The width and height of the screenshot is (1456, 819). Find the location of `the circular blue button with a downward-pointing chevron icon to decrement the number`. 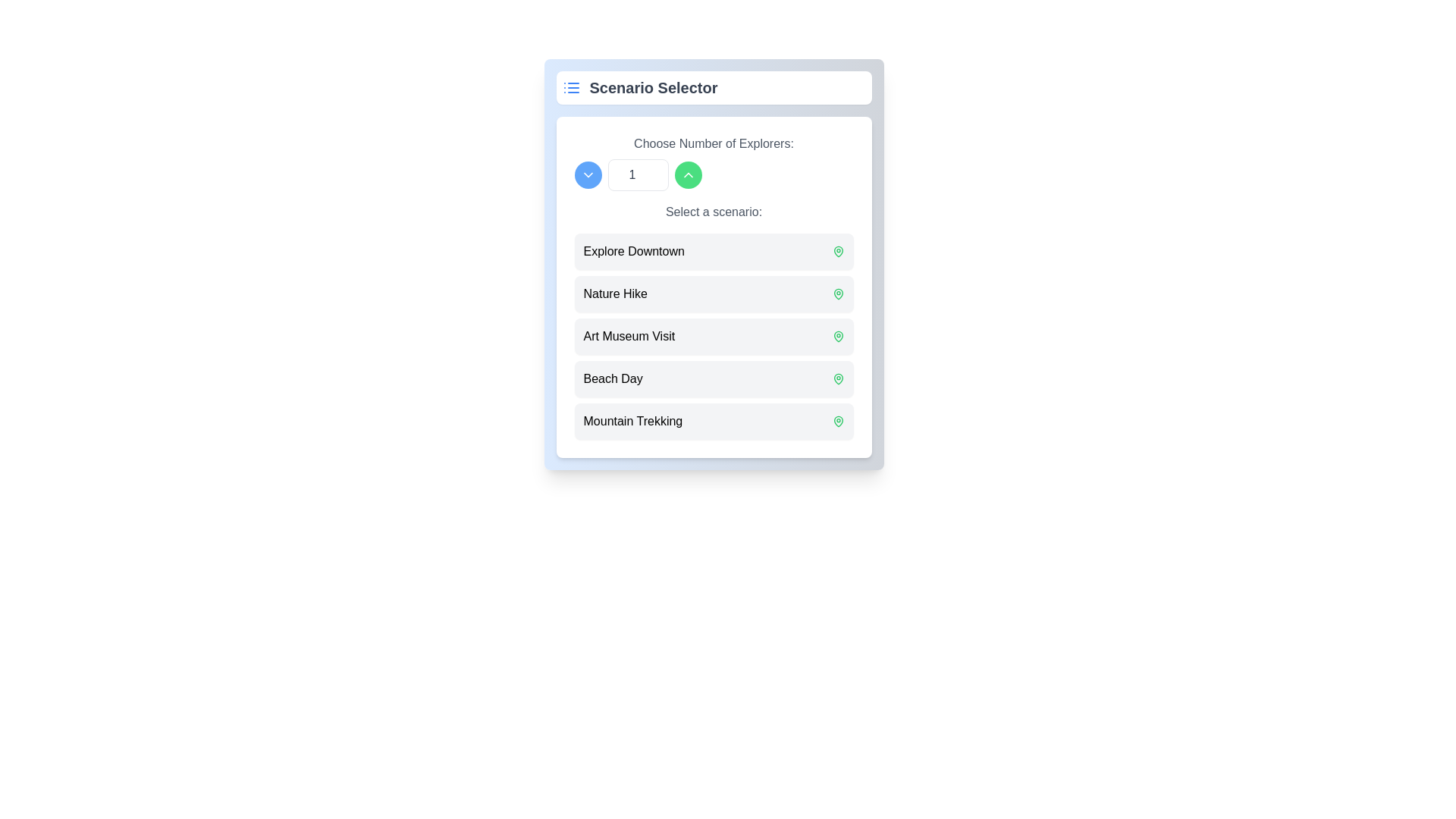

the circular blue button with a downward-pointing chevron icon to decrement the number is located at coordinates (587, 174).